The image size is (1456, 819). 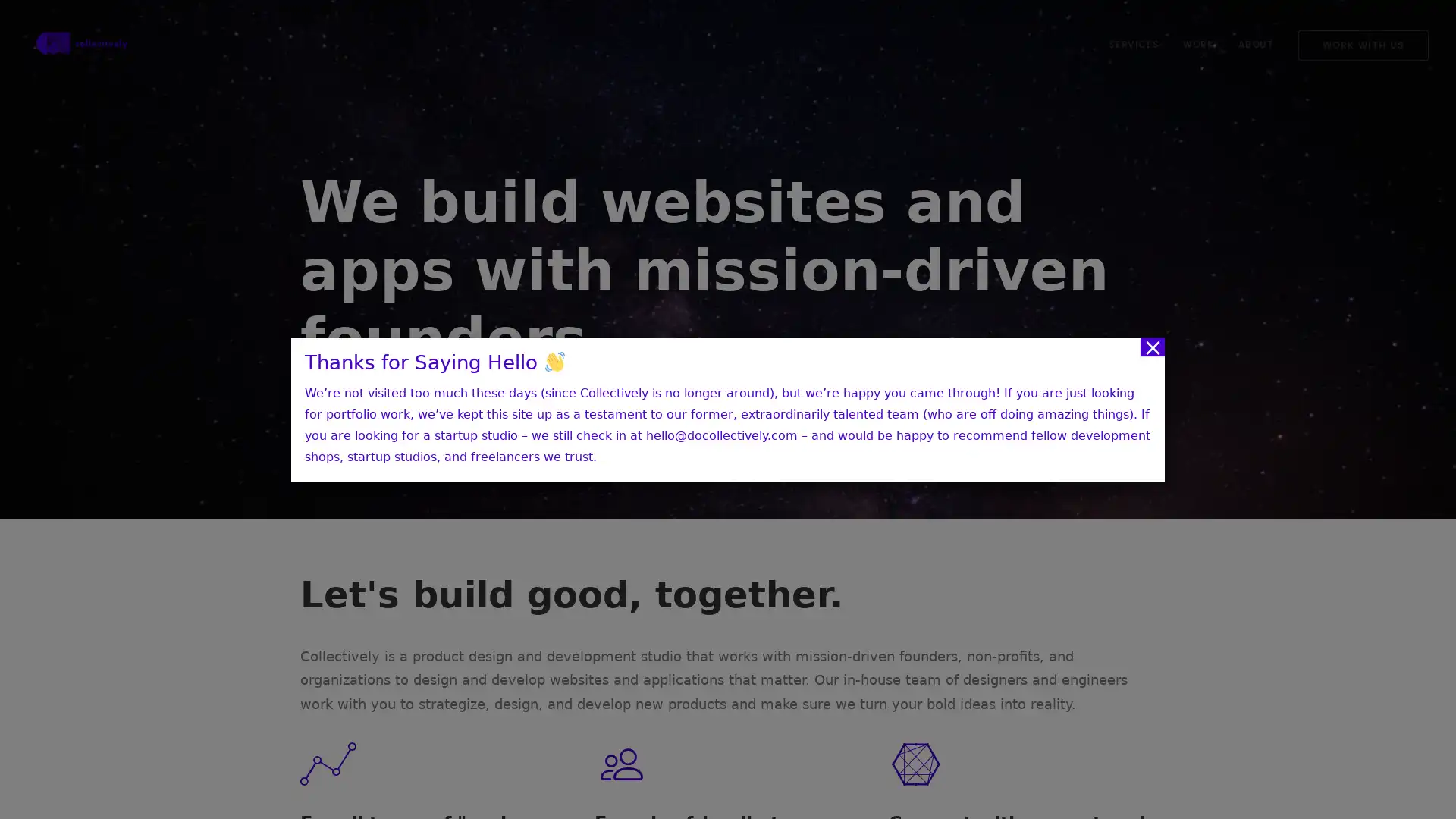 I want to click on Close, so click(x=1153, y=347).